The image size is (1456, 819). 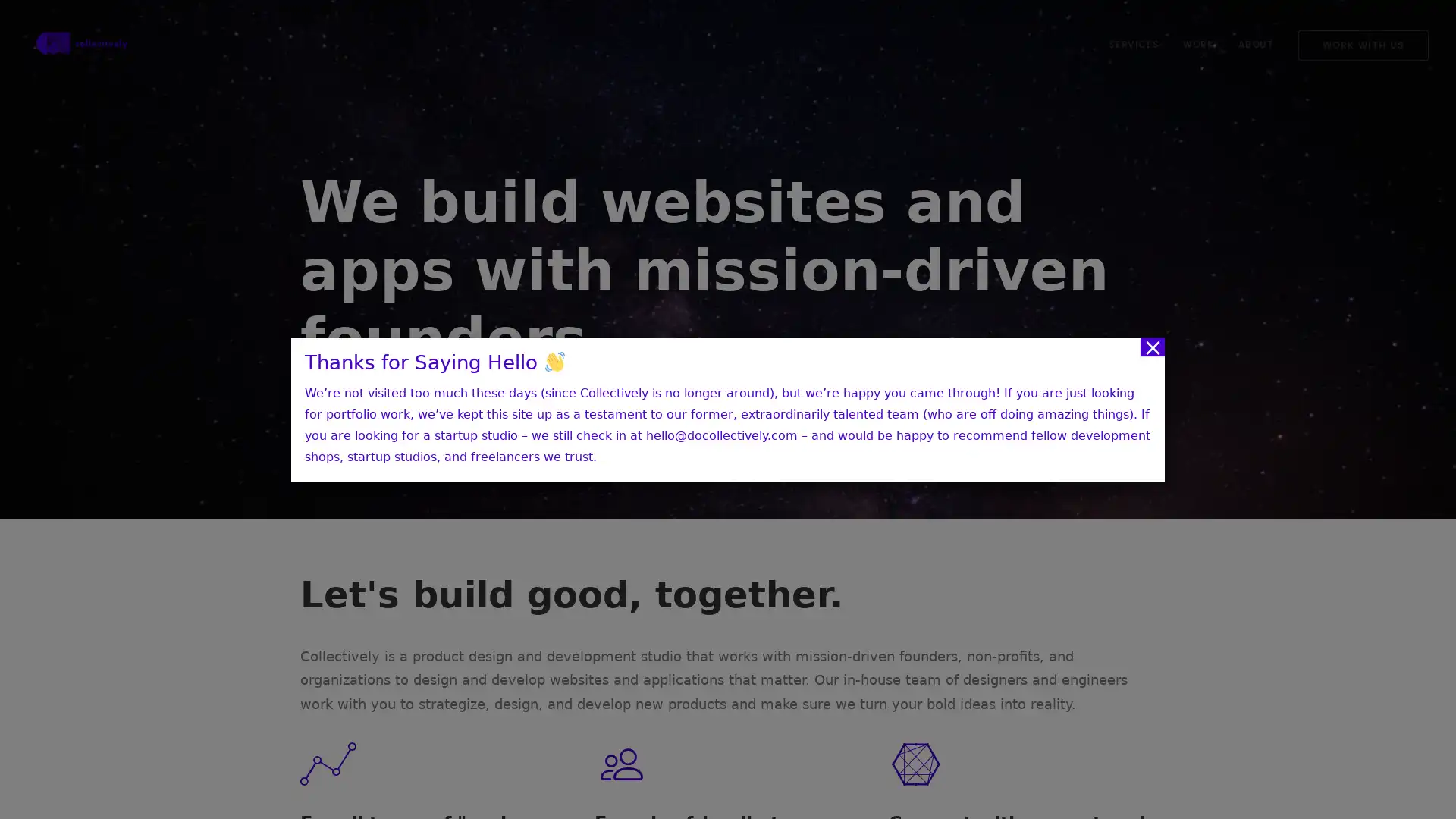 I want to click on Close, so click(x=1153, y=347).